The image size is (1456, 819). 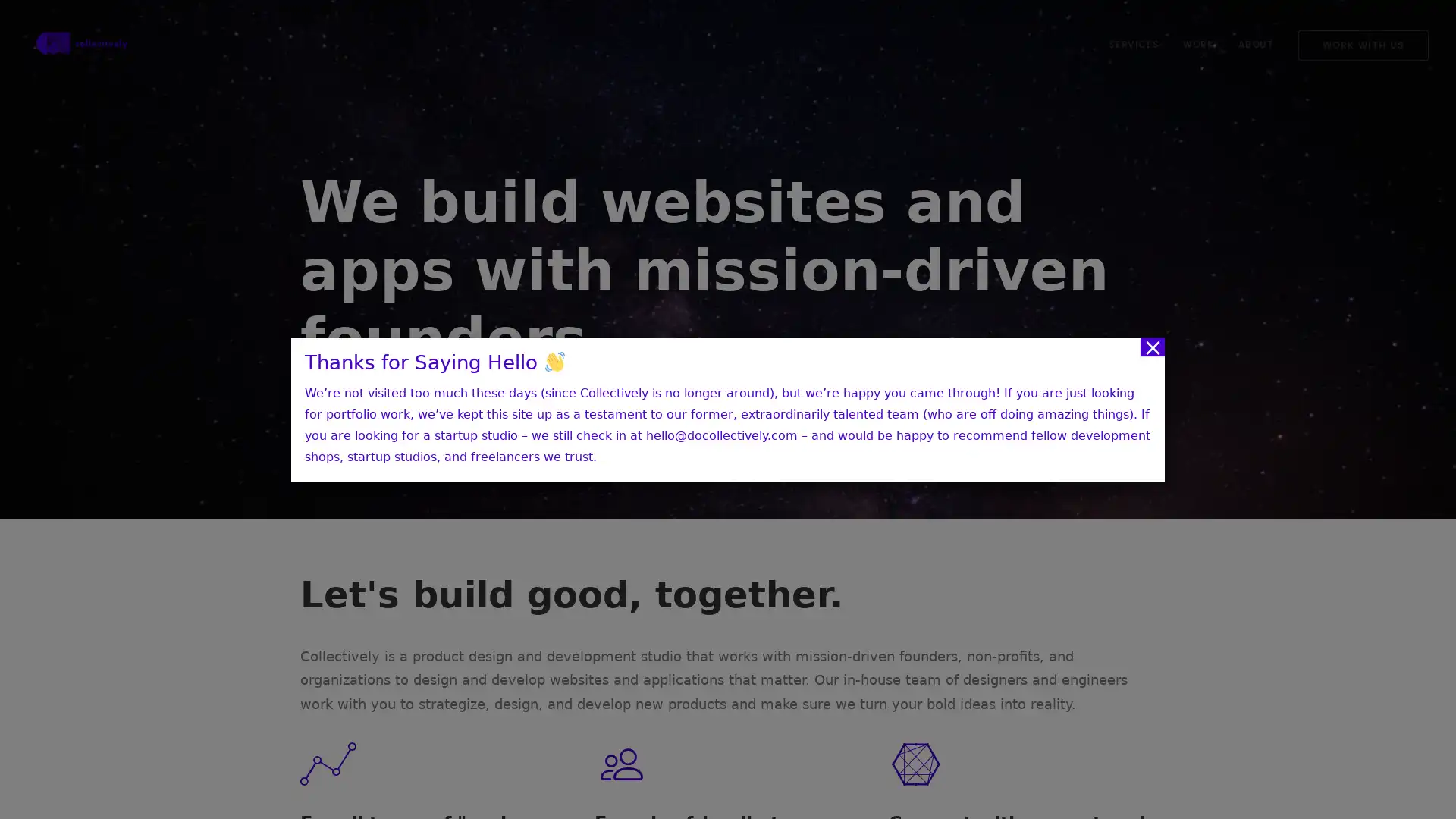 I want to click on Close, so click(x=1153, y=347).